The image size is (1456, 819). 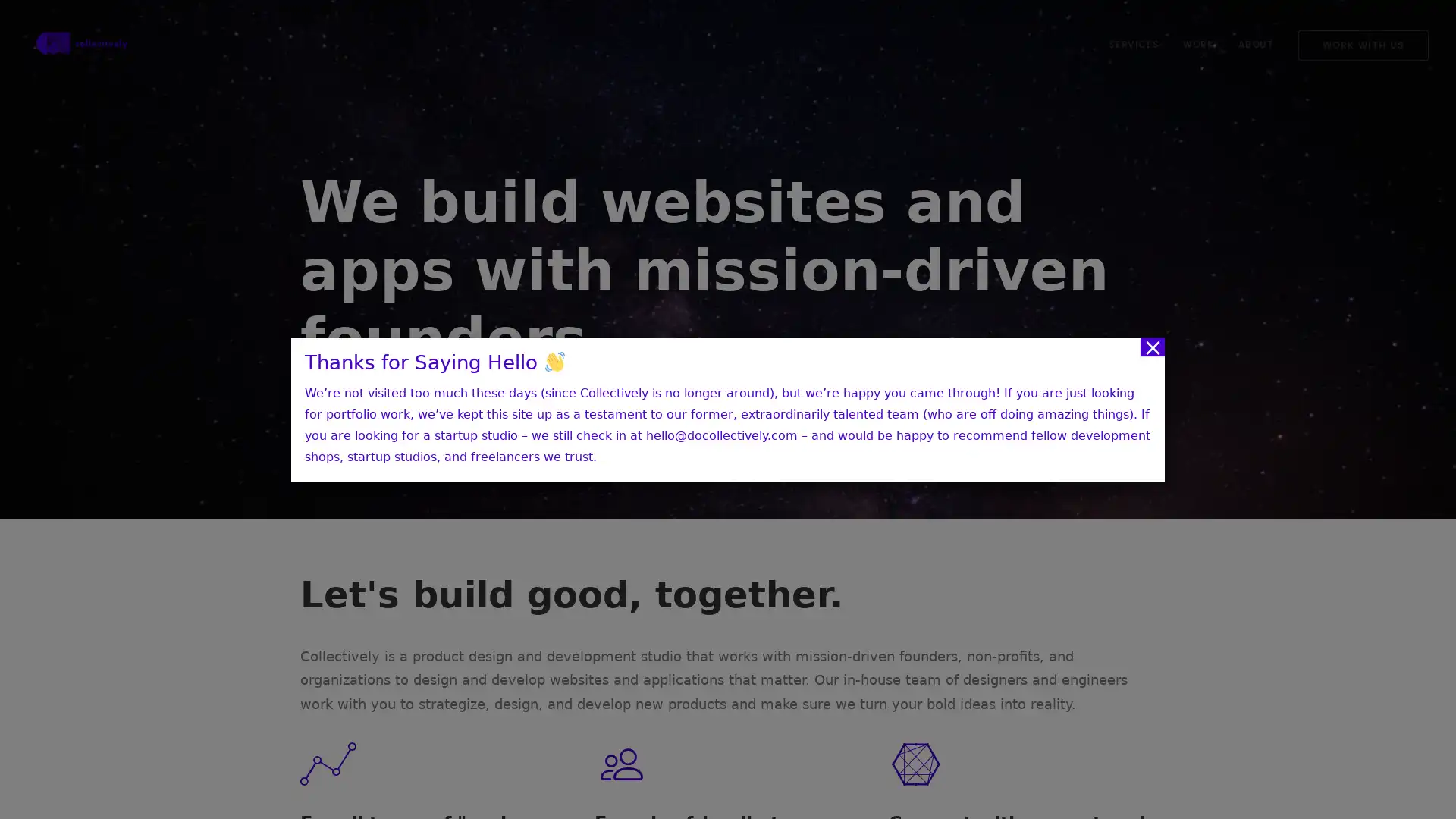 I want to click on Close, so click(x=1153, y=347).